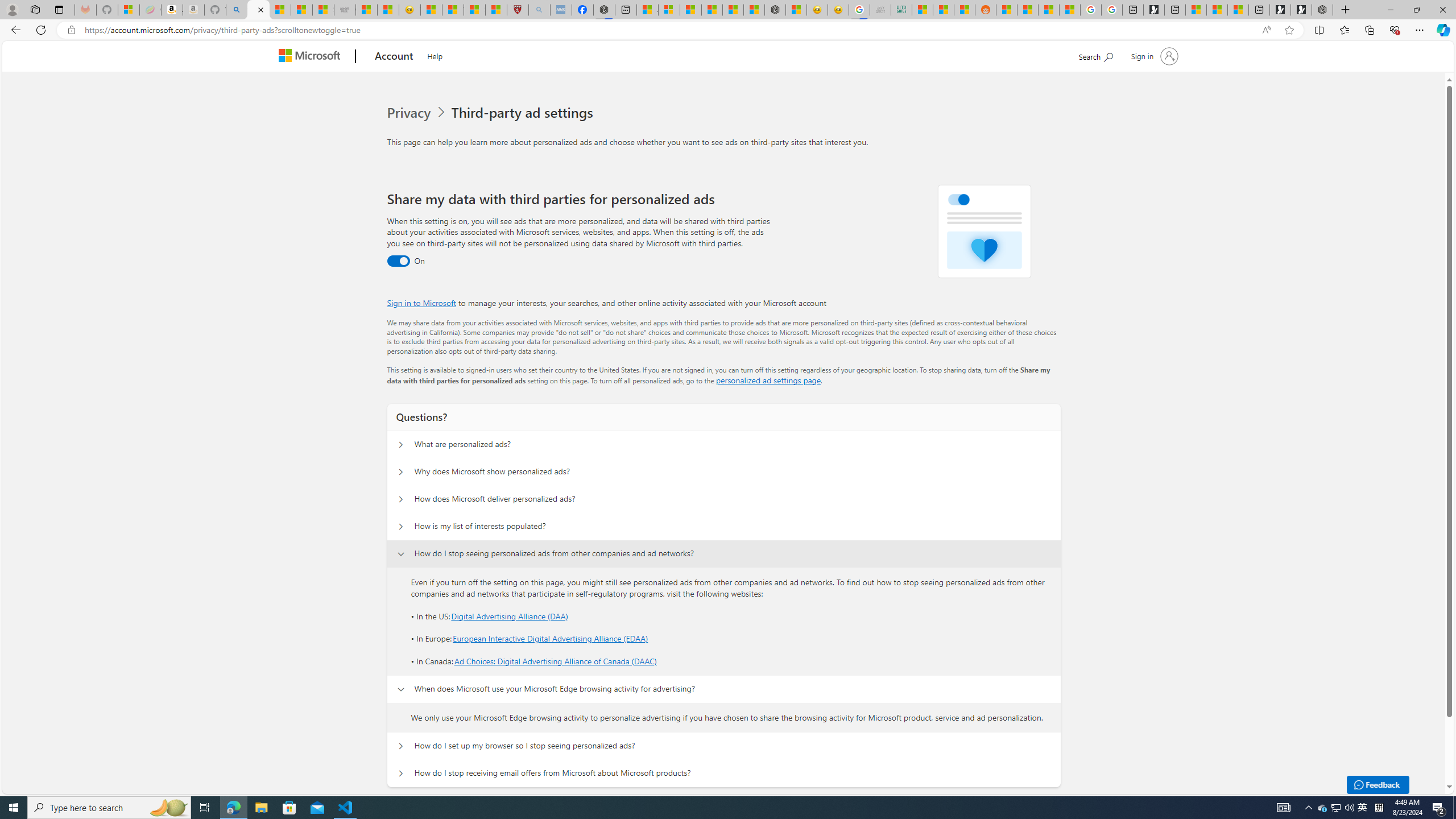 This screenshot has height=819, width=1456. Describe the element at coordinates (922, 9) in the screenshot. I see `'MSNBC - MSN'` at that location.